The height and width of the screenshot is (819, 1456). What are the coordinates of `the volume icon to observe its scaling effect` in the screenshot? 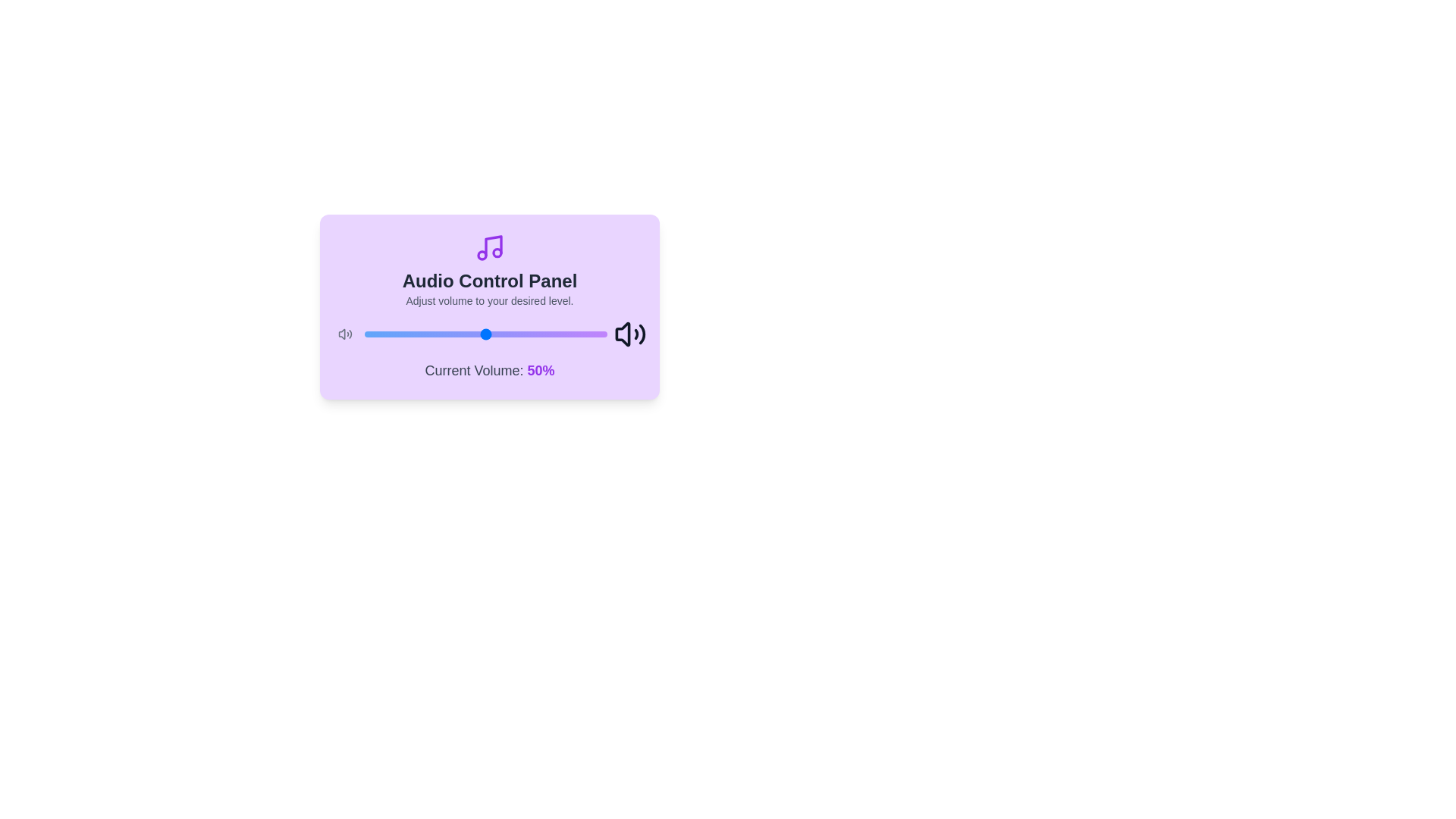 It's located at (629, 333).